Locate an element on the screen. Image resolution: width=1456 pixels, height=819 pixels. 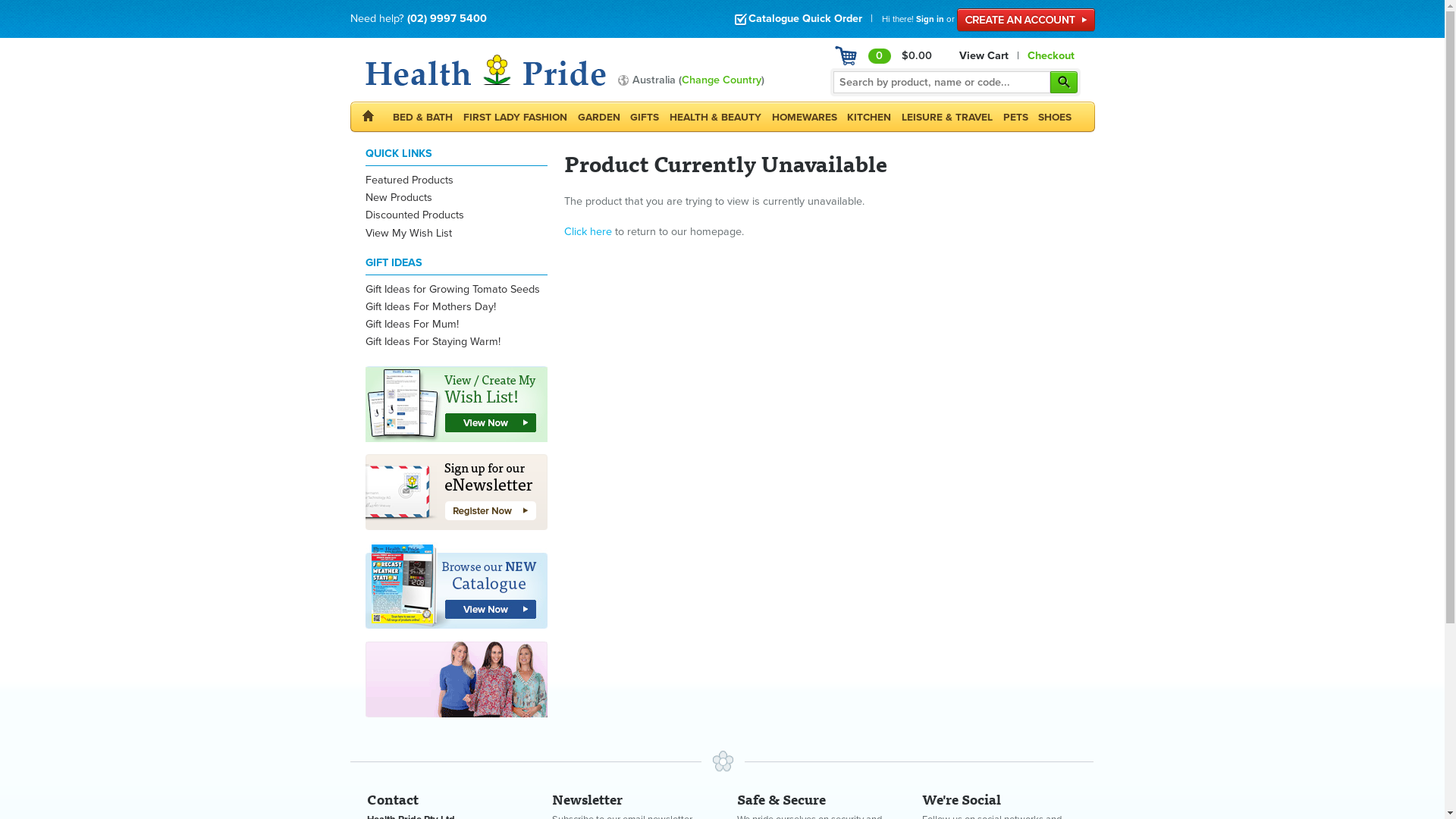
'HEALTH & BEAUTY' is located at coordinates (714, 116).